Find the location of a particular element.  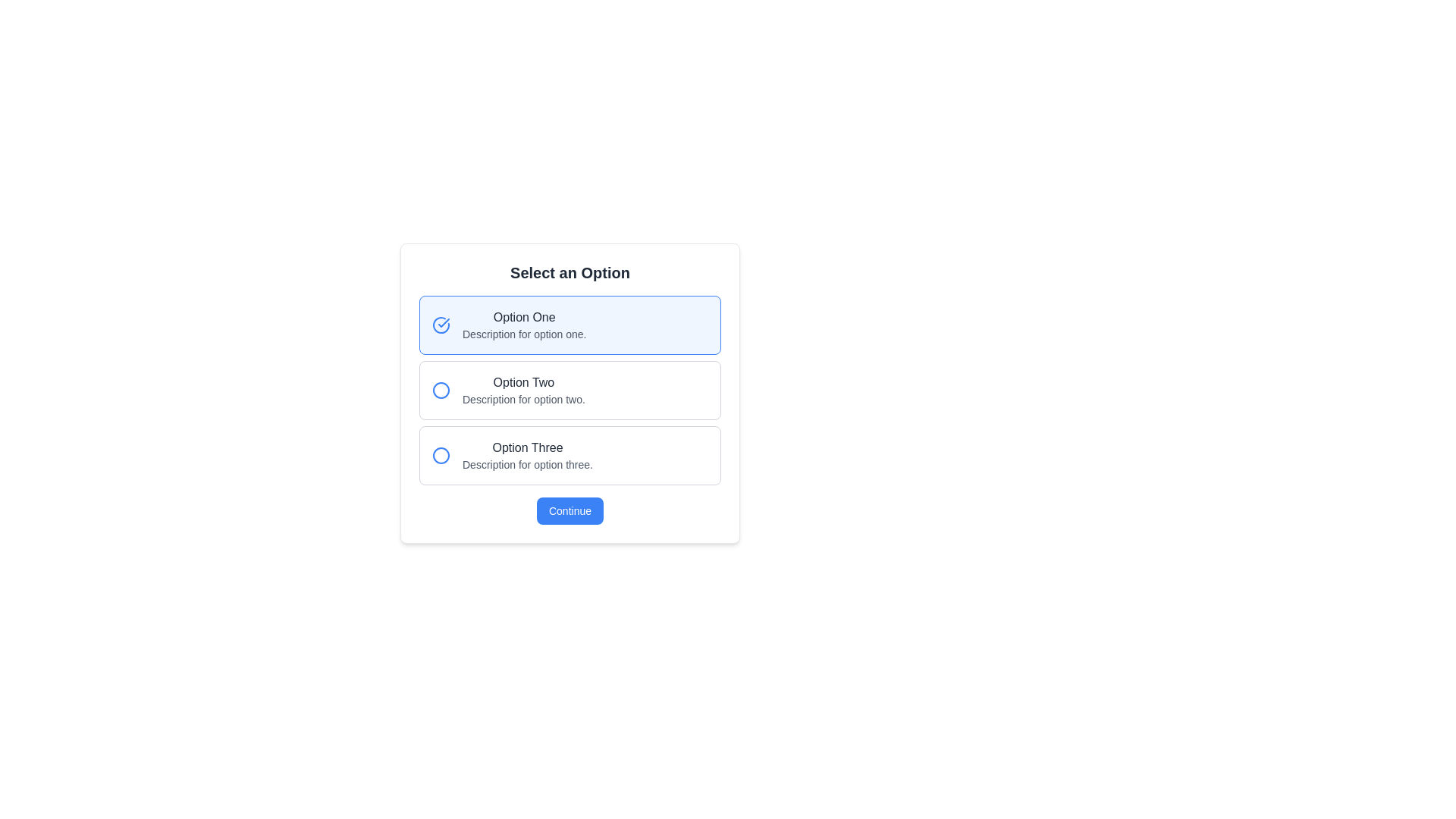

the confirmation button located at the bottom center of the interface to trigger the hover effect is located at coordinates (570, 511).